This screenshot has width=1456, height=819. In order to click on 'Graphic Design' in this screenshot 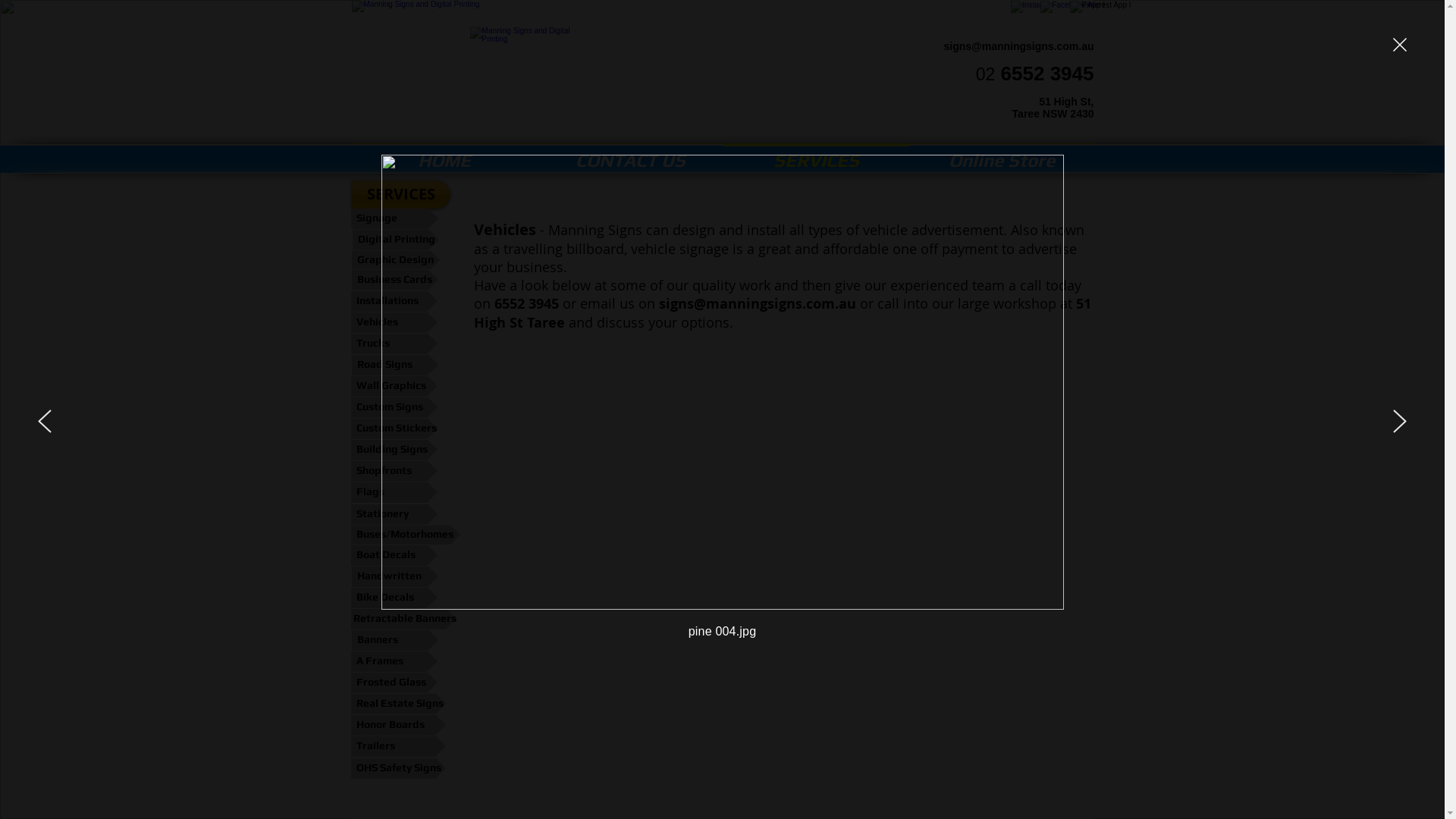, I will do `click(351, 259)`.